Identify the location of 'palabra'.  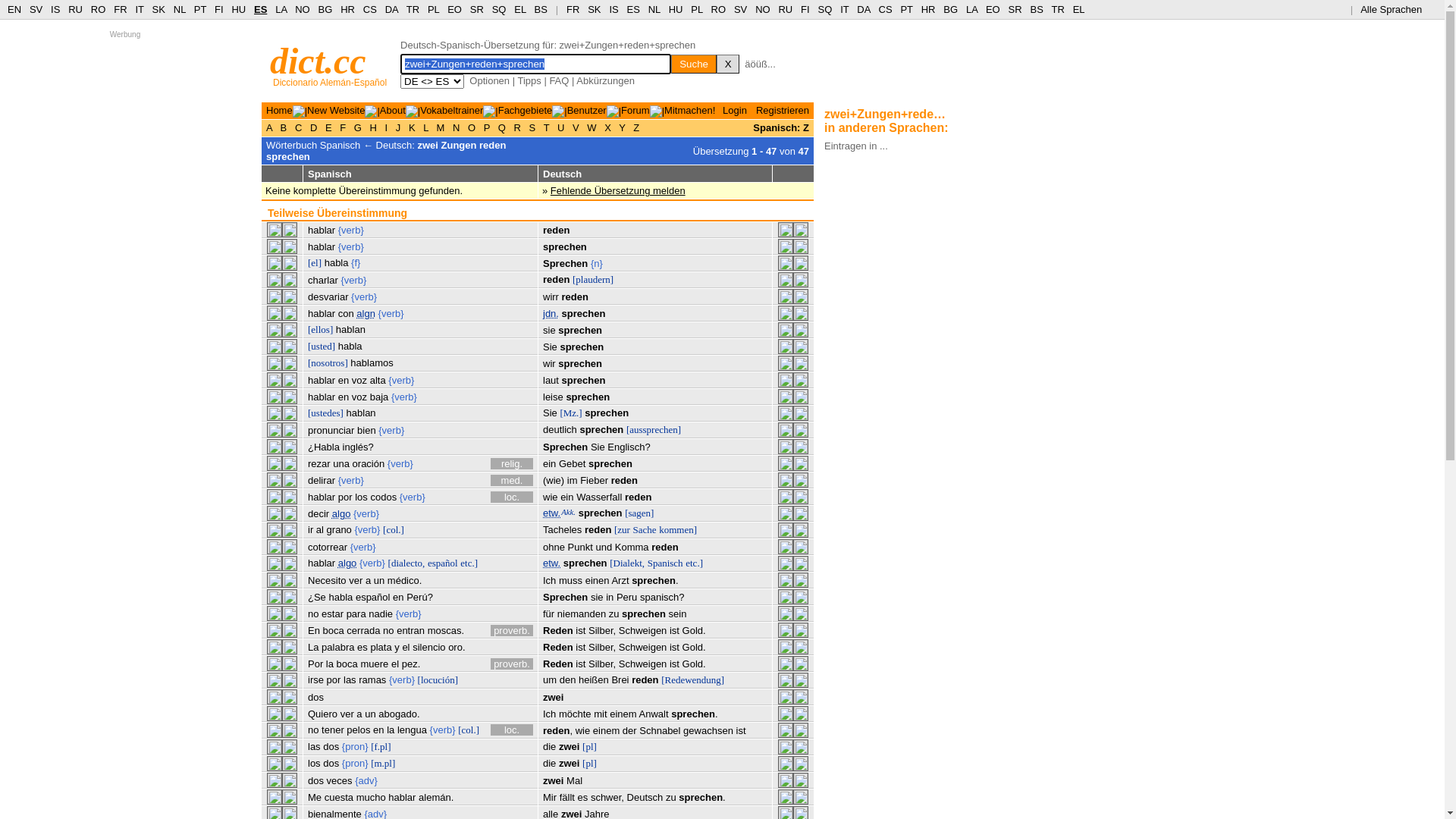
(320, 647).